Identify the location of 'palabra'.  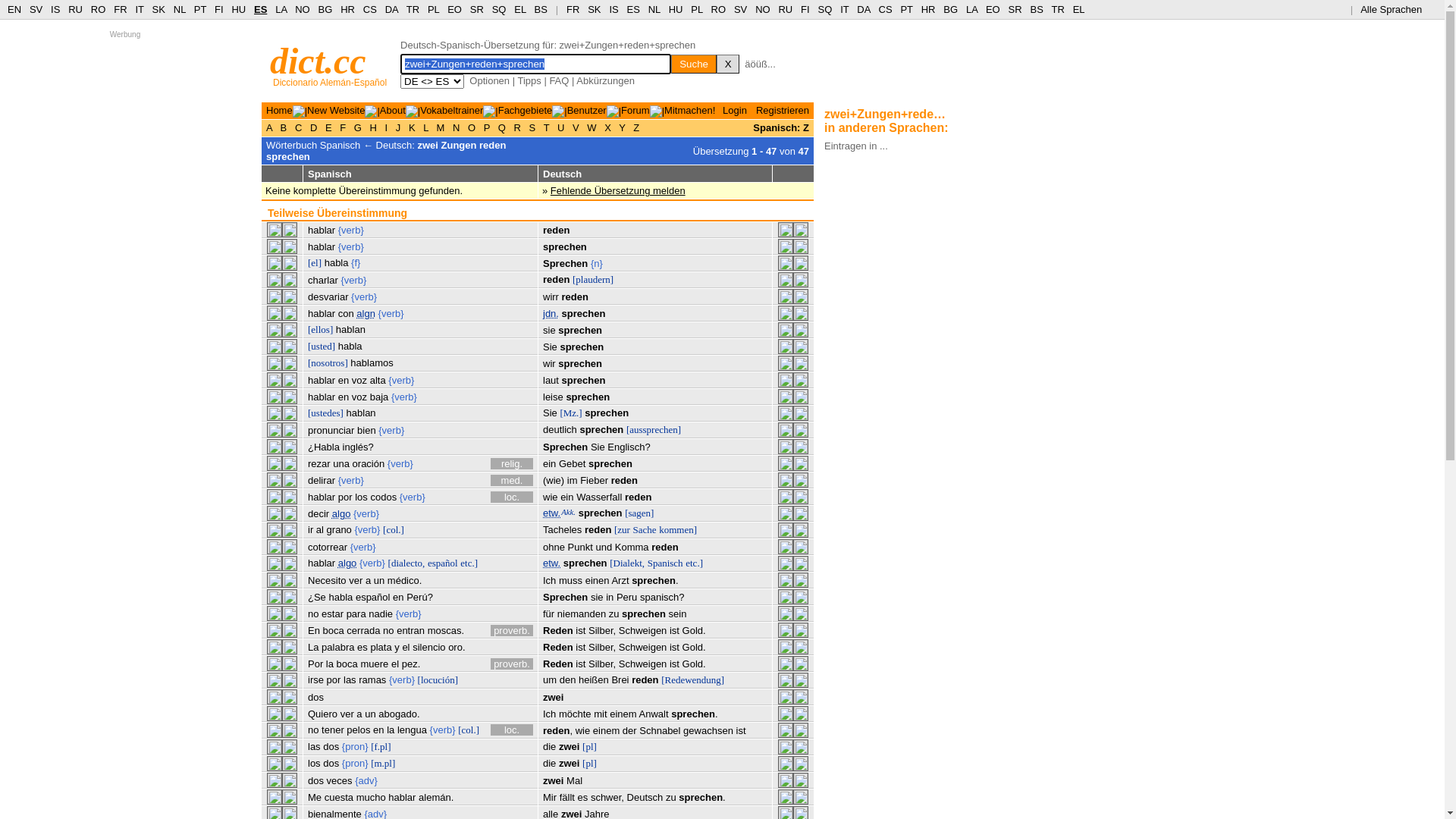
(320, 647).